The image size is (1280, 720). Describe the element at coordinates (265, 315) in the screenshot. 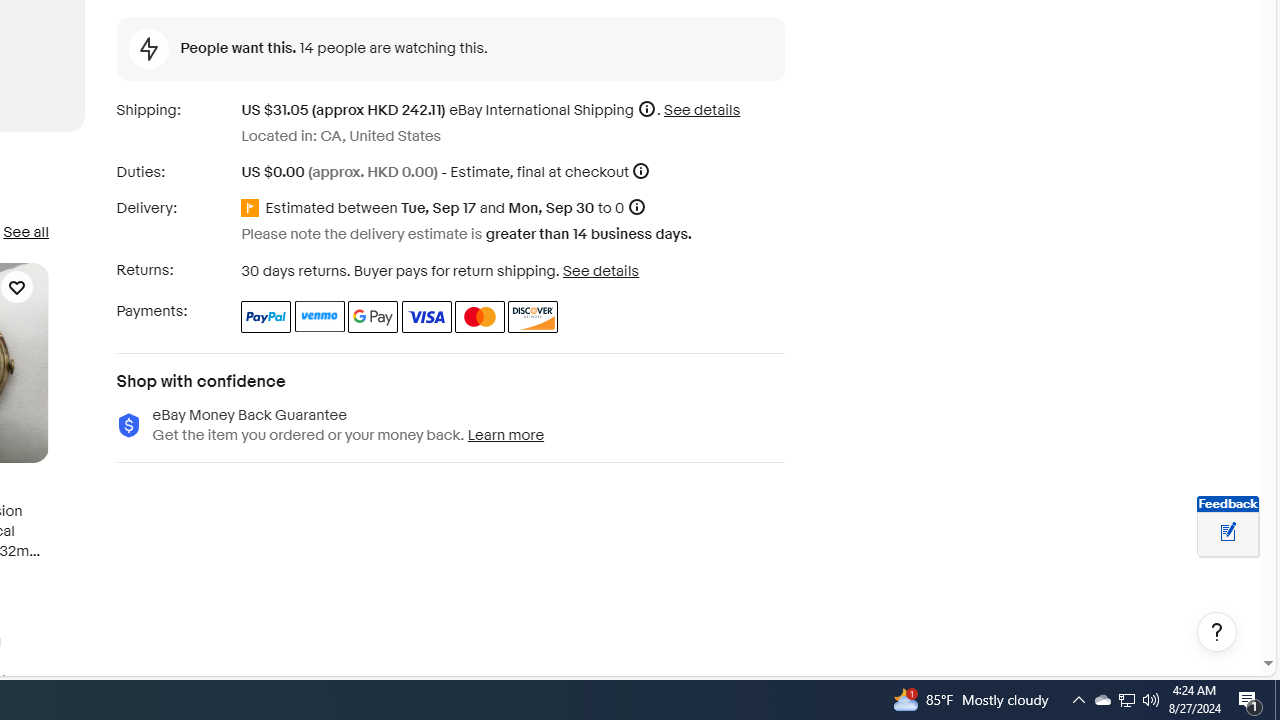

I see `'PayPal'` at that location.